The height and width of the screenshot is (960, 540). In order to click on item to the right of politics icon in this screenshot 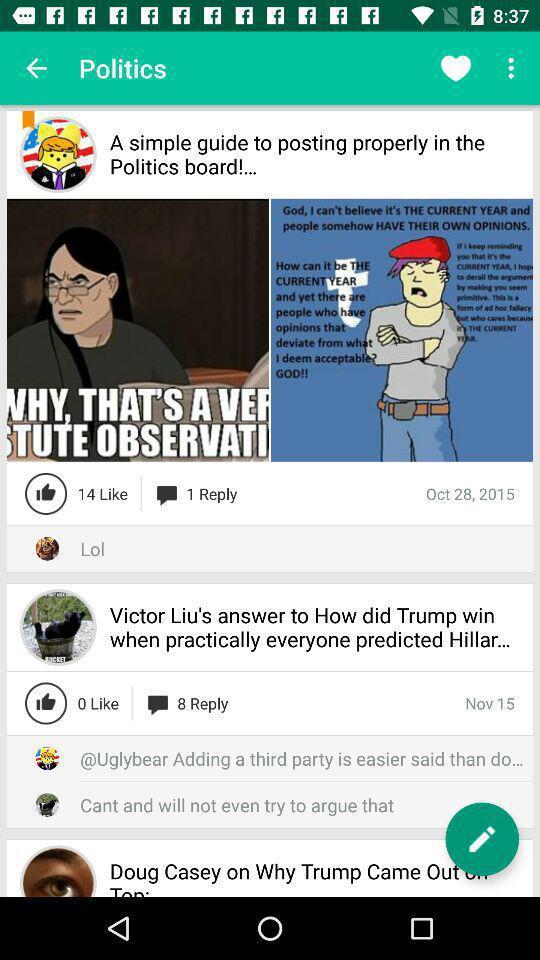, I will do `click(455, 68)`.